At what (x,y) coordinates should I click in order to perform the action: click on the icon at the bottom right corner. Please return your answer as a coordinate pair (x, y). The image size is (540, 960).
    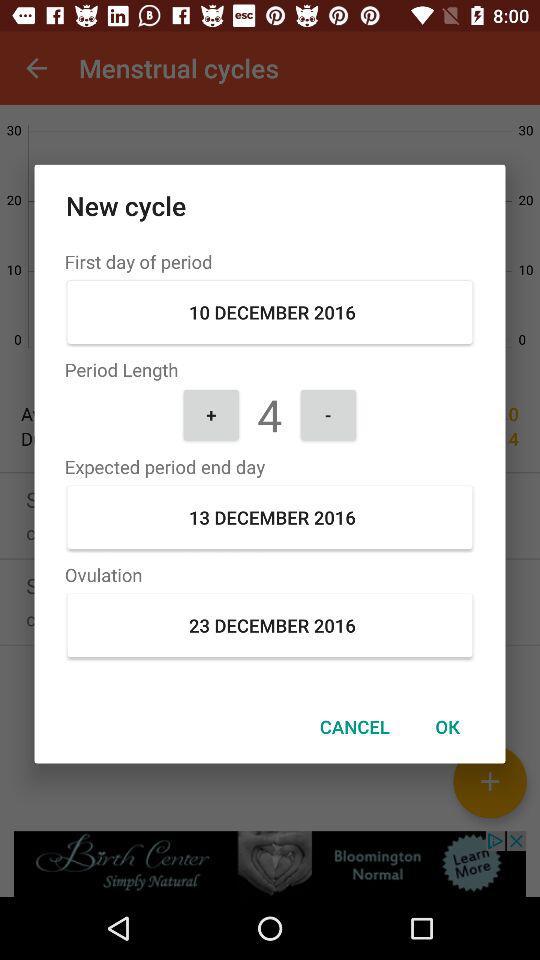
    Looking at the image, I should click on (447, 725).